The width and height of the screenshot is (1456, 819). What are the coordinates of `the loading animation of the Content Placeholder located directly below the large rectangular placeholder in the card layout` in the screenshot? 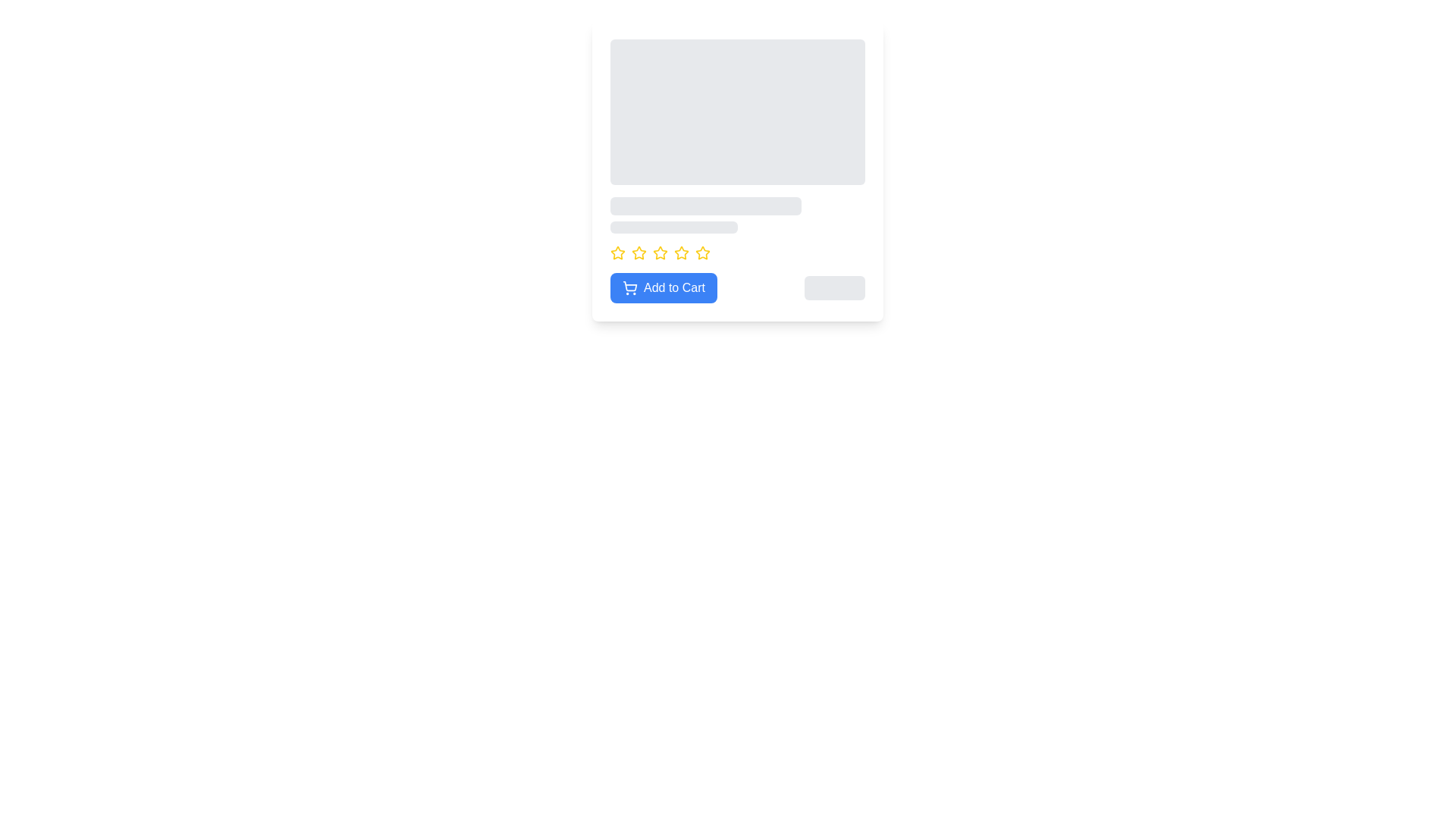 It's located at (738, 215).